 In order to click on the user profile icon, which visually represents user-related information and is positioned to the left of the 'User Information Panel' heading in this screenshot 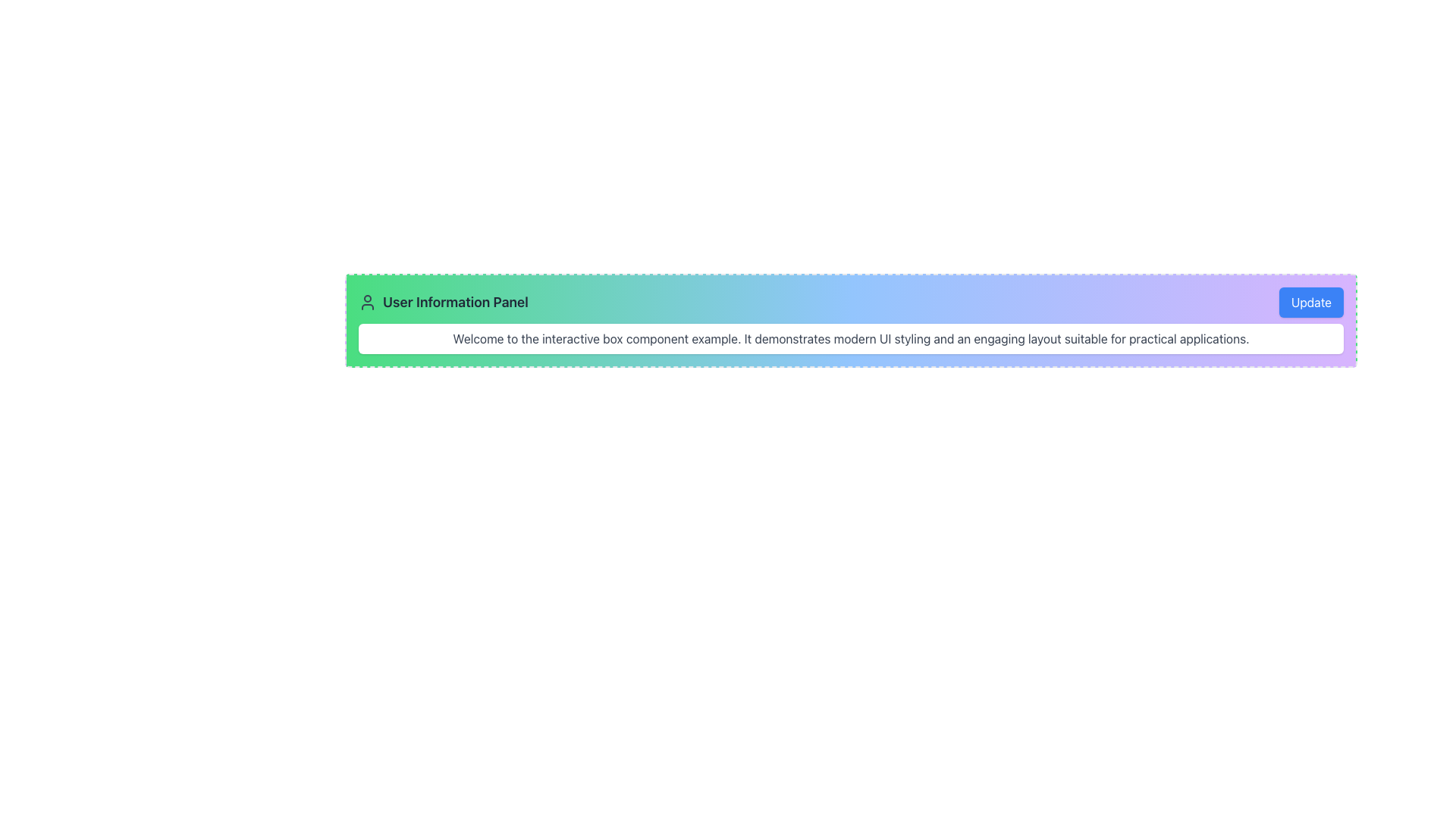, I will do `click(367, 302)`.